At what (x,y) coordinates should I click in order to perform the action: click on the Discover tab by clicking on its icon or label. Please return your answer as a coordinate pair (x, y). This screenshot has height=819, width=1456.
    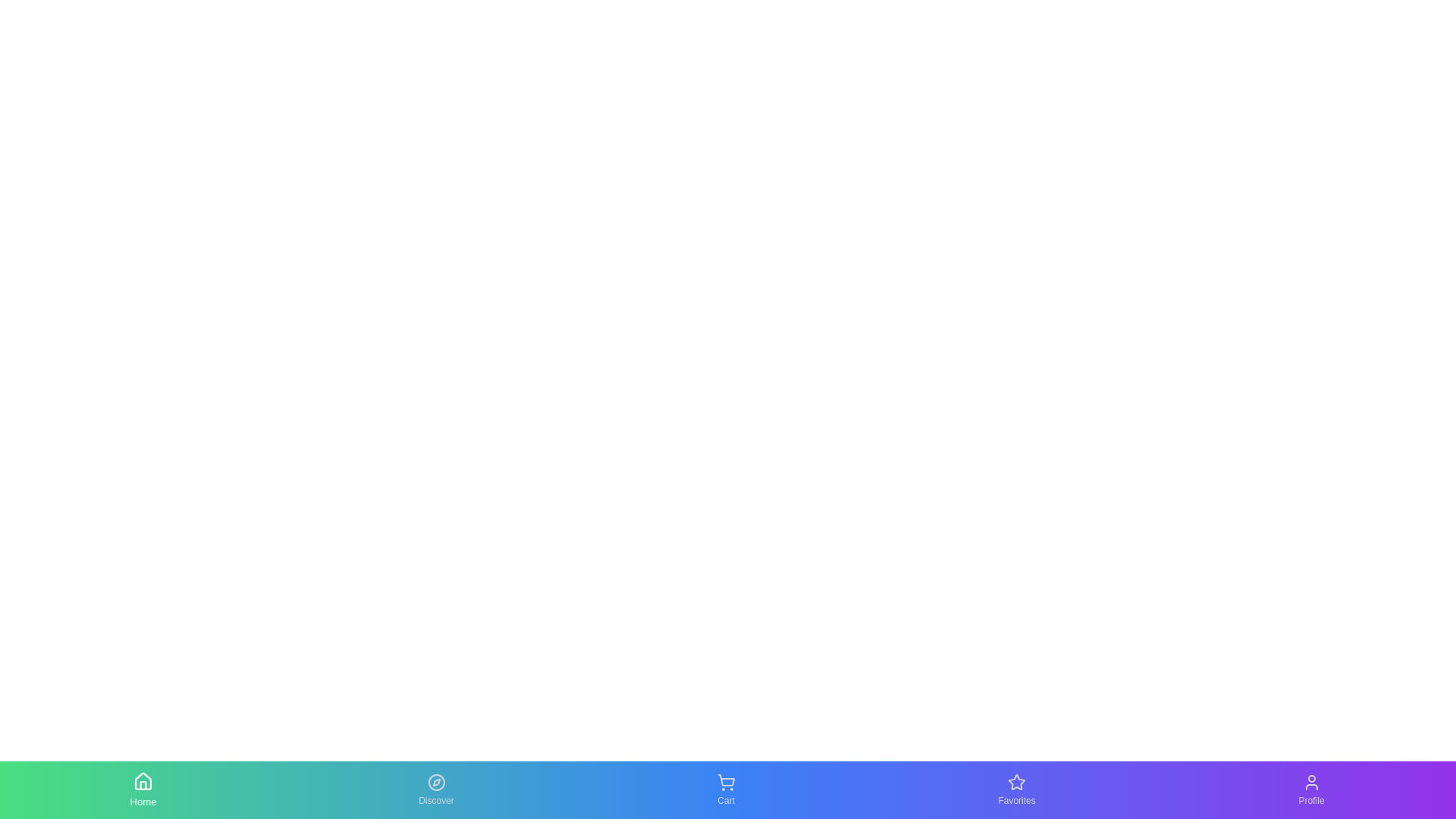
    Looking at the image, I should click on (435, 789).